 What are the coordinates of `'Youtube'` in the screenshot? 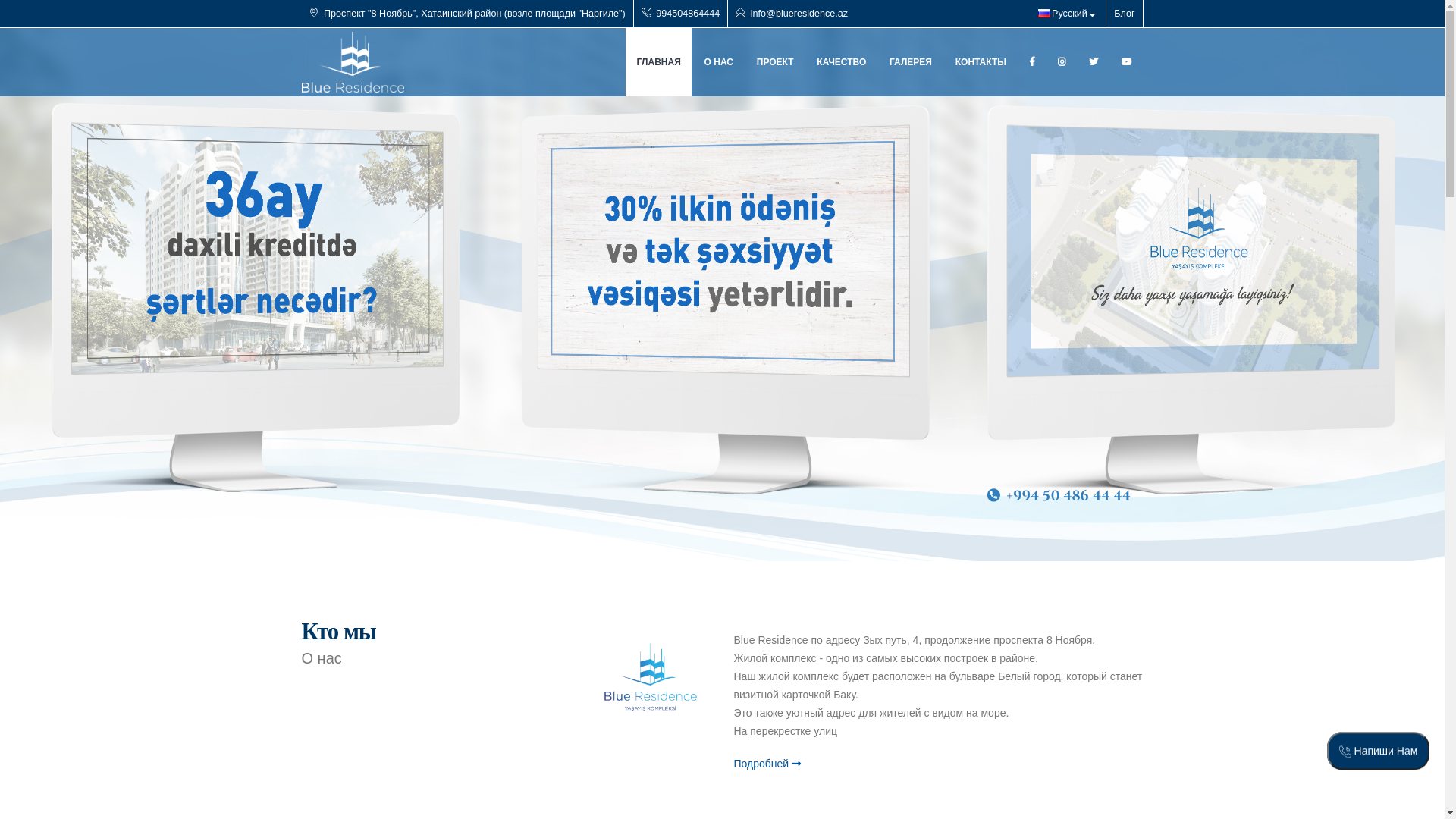 It's located at (1127, 61).